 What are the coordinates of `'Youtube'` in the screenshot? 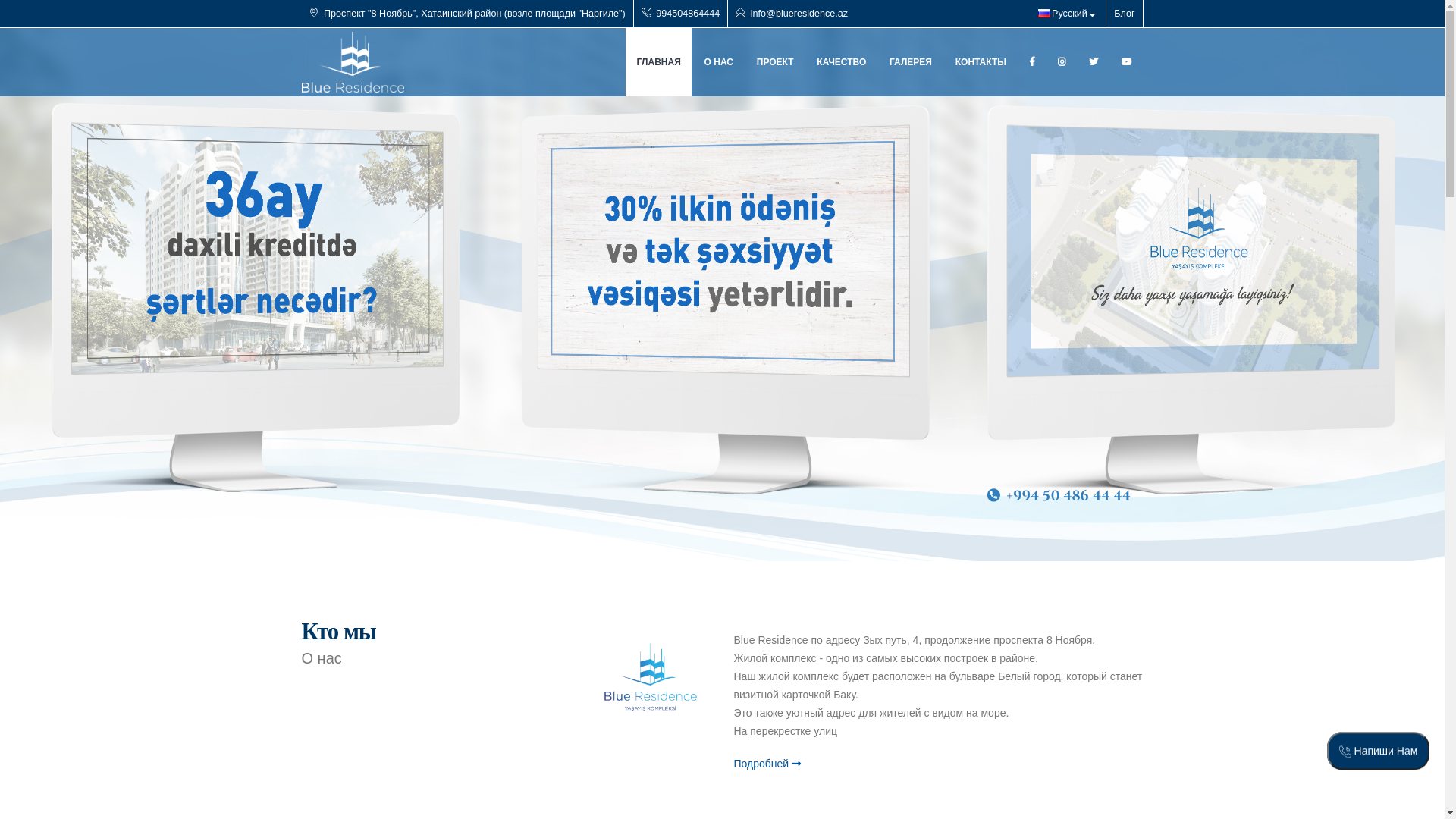 It's located at (1127, 61).